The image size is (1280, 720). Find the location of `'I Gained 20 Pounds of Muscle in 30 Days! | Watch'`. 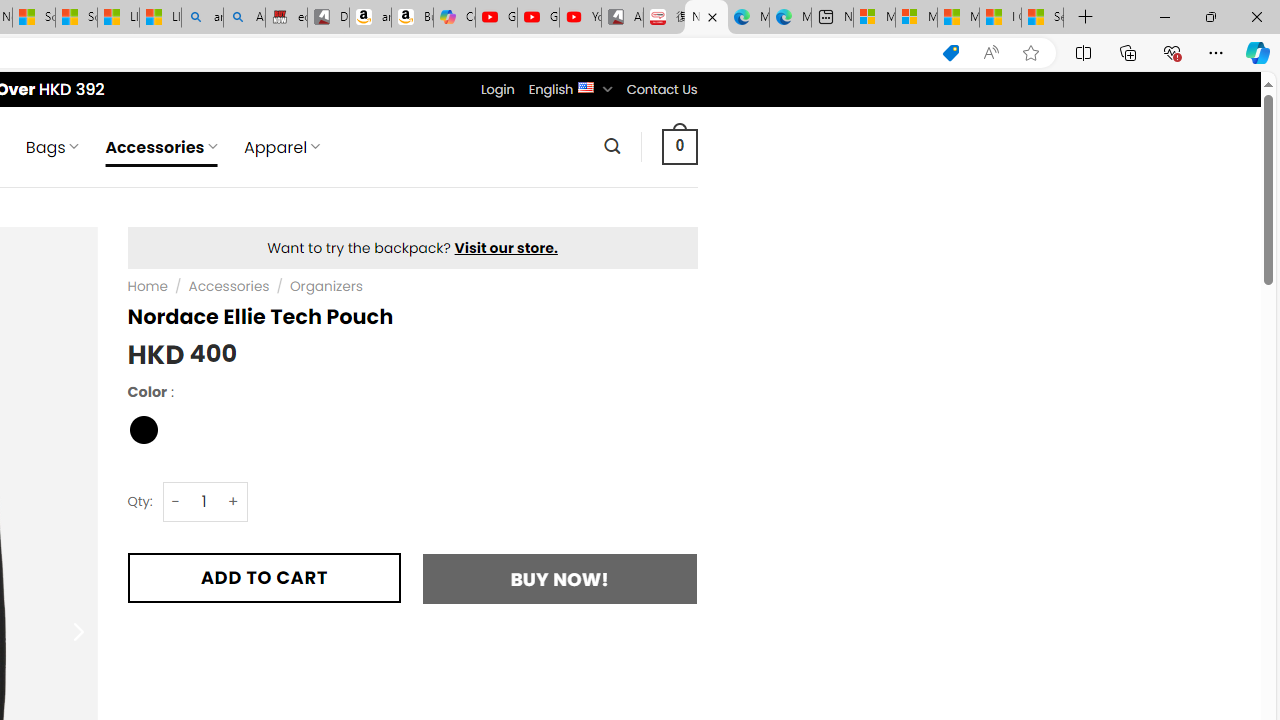

'I Gained 20 Pounds of Muscle in 30 Days! | Watch' is located at coordinates (1000, 17).